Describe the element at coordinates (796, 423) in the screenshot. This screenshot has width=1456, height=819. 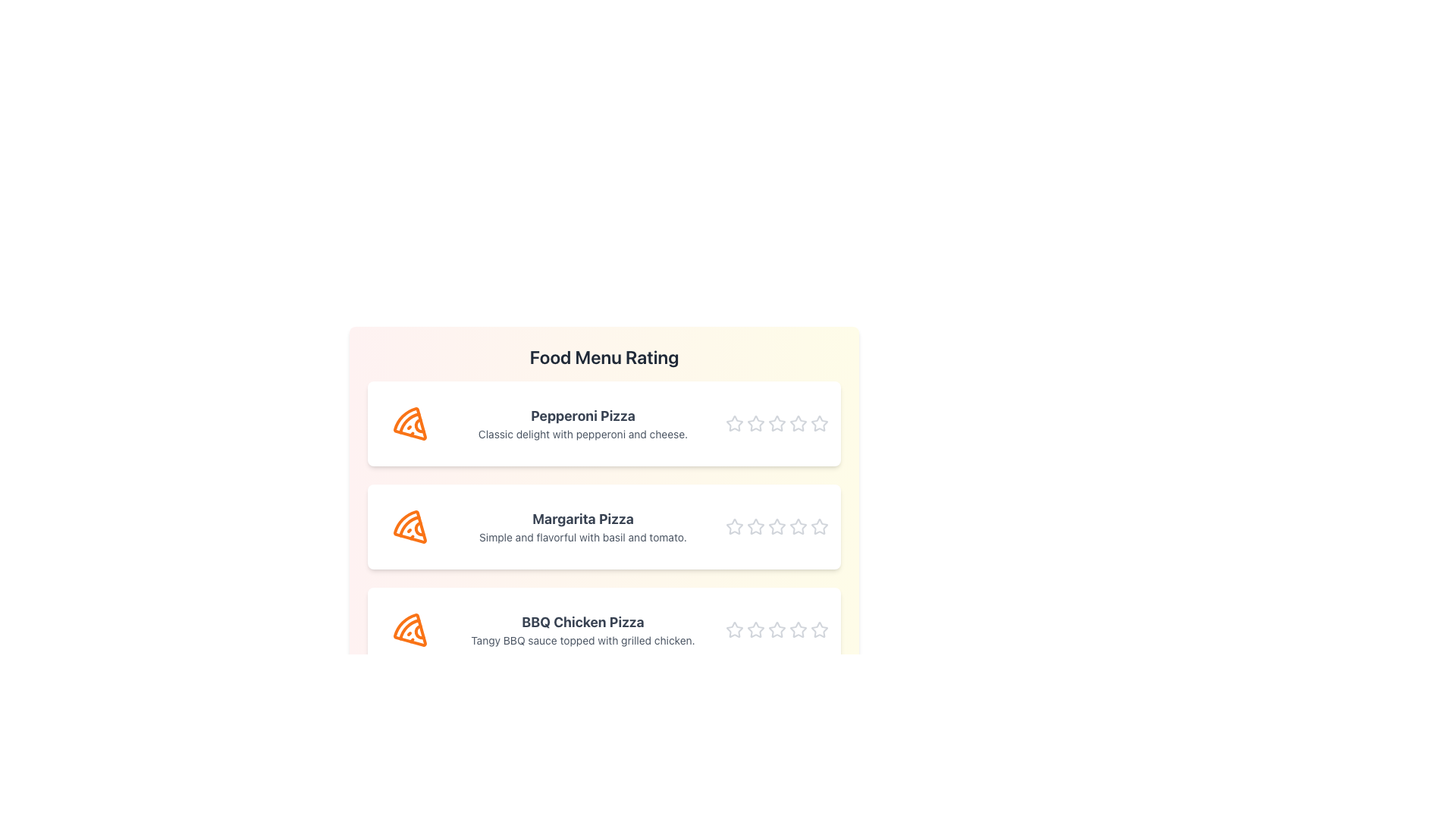
I see `the fourth star-shaped icon in the row for rating the 'Pepperoni Pizza' menu item` at that location.